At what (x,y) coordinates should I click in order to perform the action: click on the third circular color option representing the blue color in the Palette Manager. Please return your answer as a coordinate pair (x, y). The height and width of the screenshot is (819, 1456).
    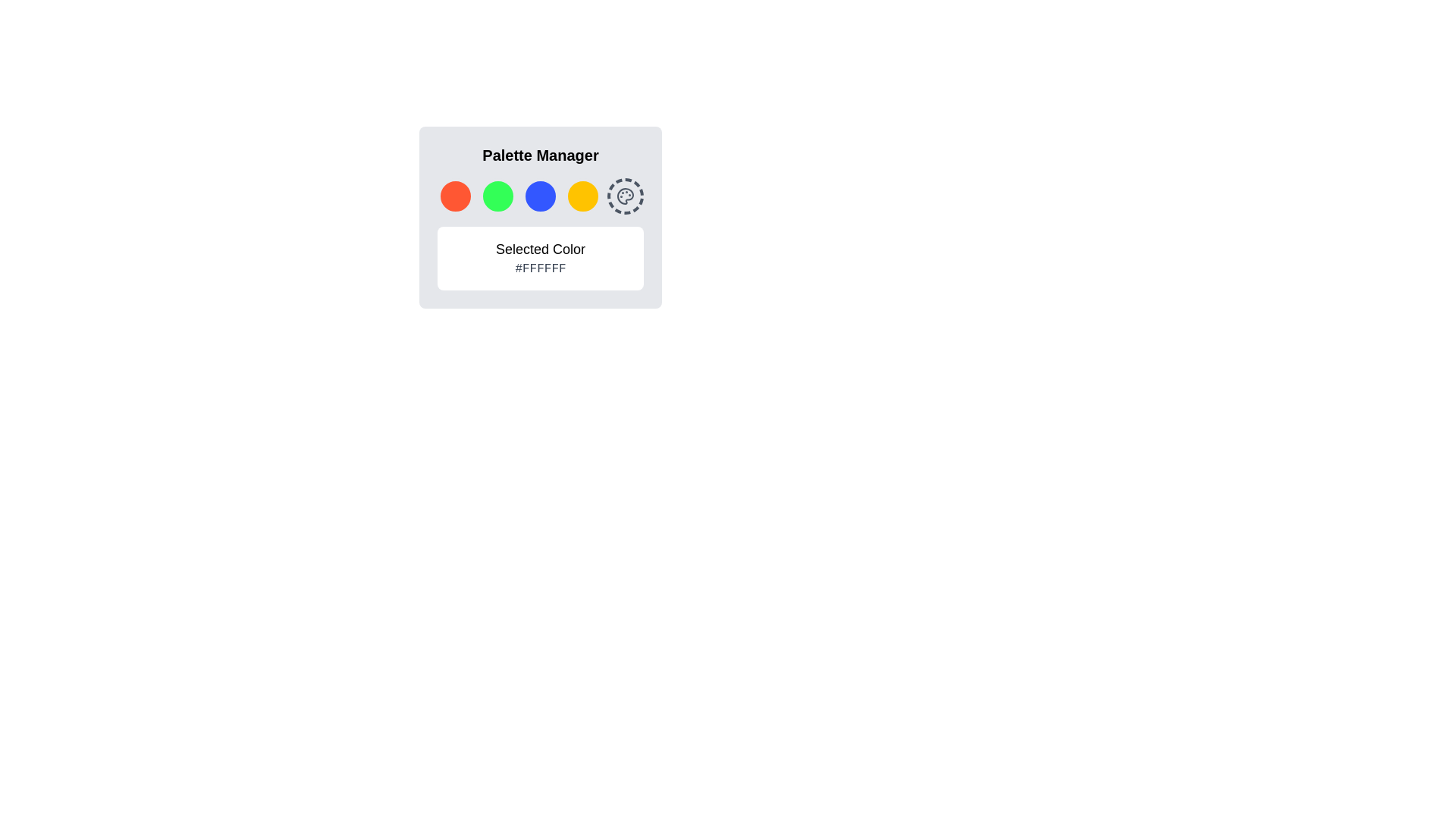
    Looking at the image, I should click on (541, 195).